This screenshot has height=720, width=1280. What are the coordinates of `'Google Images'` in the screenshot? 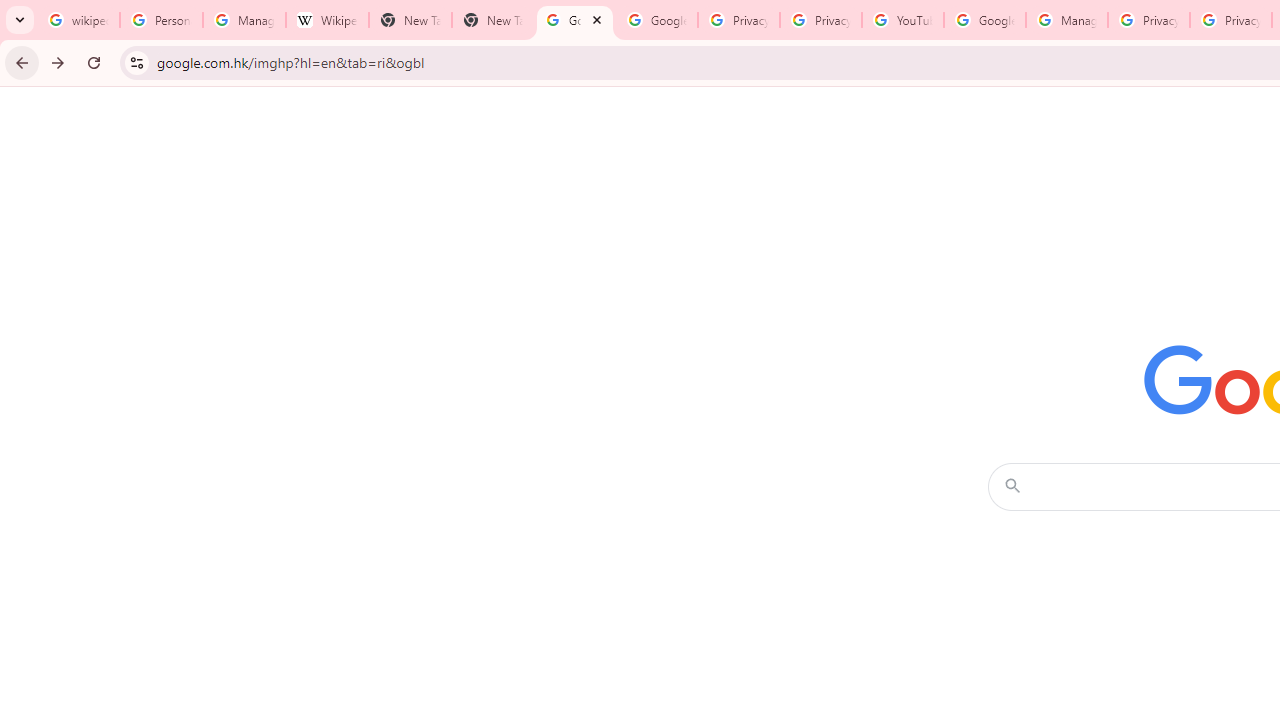 It's located at (573, 20).